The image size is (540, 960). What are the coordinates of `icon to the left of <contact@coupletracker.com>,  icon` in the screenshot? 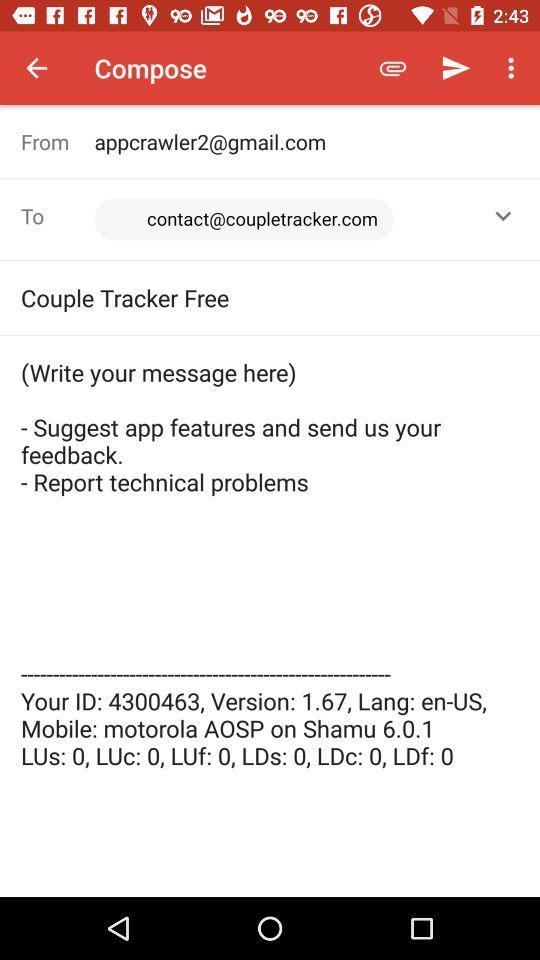 It's located at (57, 216).